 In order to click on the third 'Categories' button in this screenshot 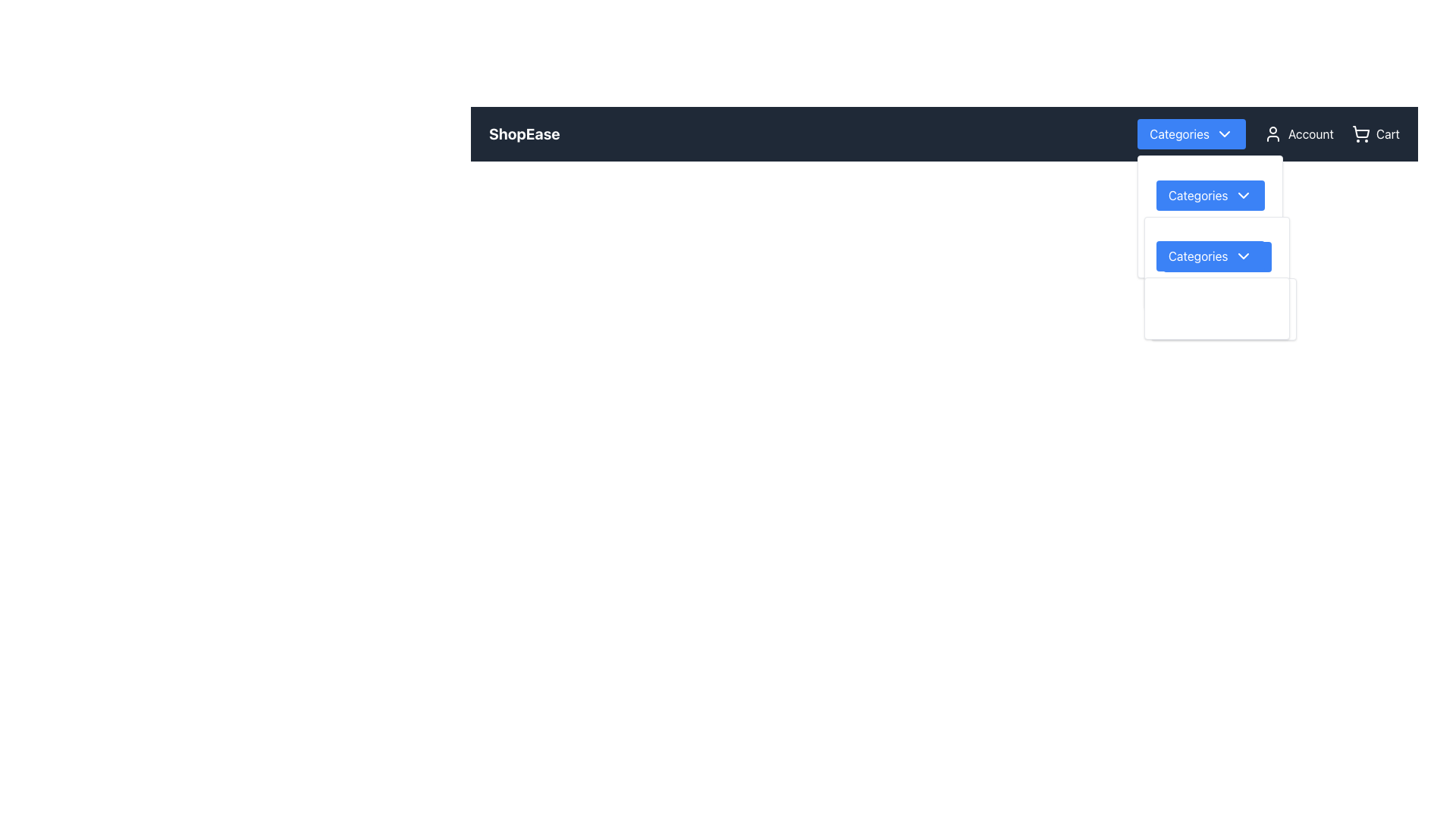, I will do `click(1217, 256)`.